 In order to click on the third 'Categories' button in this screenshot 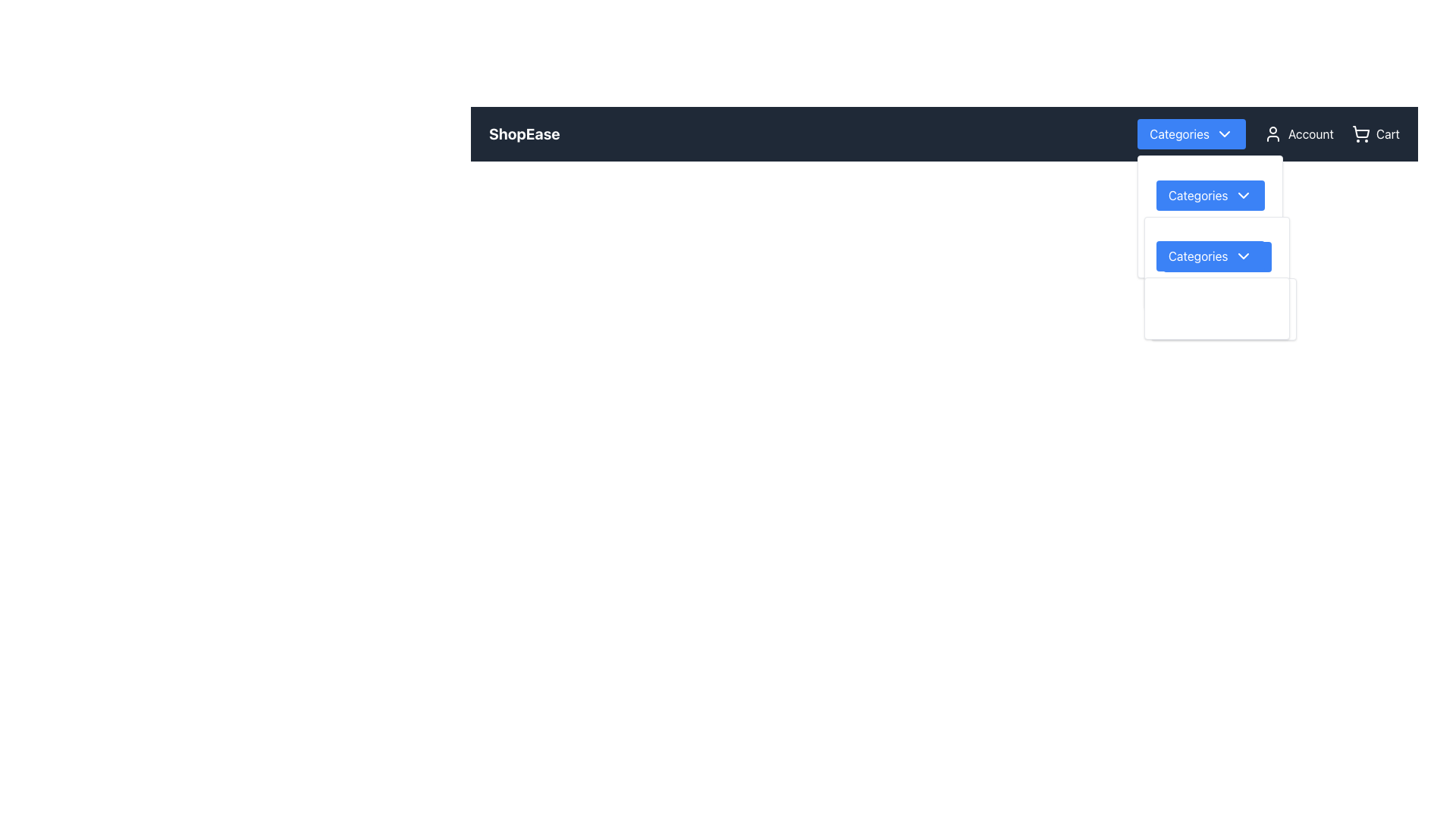, I will do `click(1217, 256)`.